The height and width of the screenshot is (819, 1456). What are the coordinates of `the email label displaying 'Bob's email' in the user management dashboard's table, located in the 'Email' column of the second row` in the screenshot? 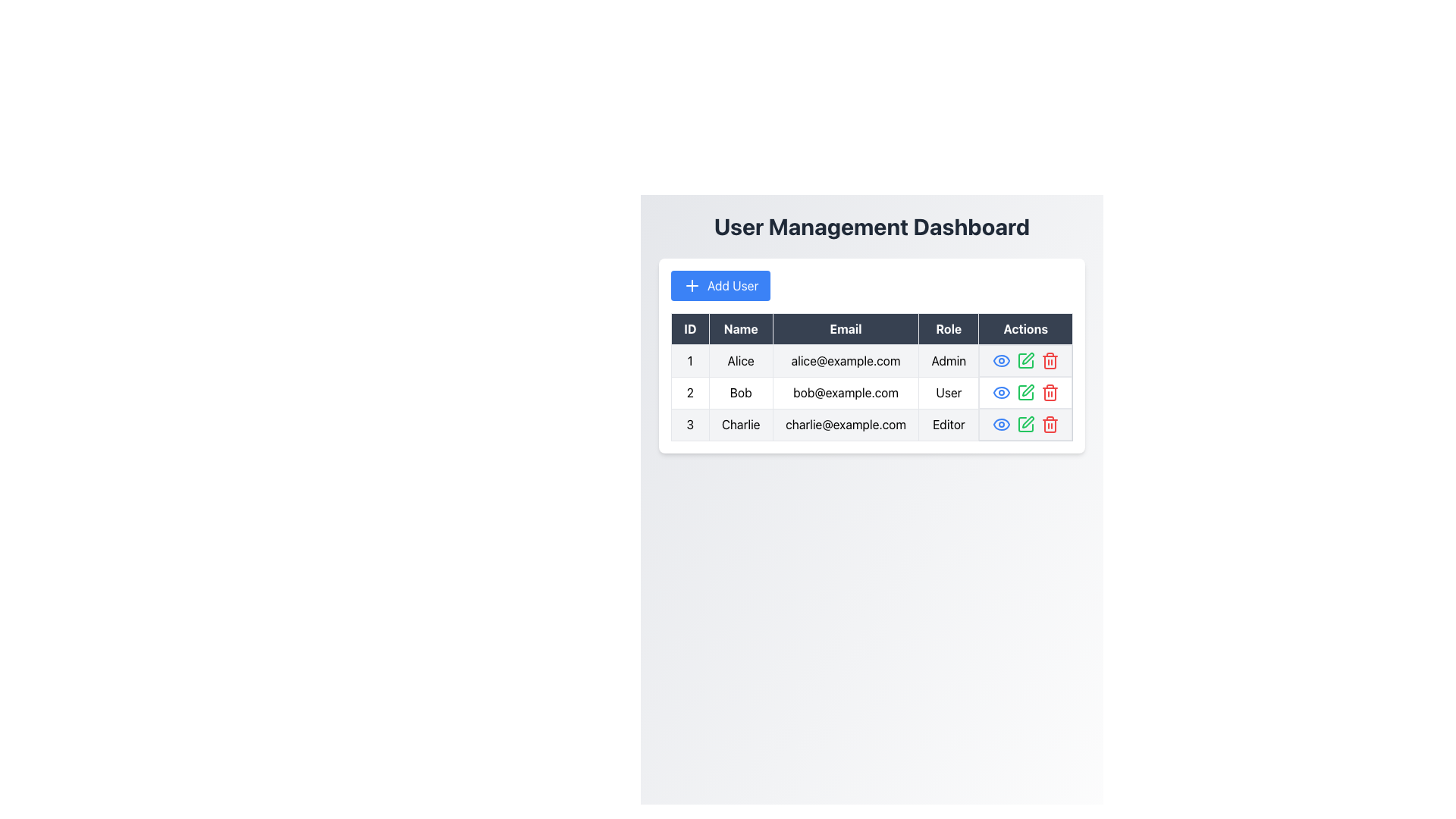 It's located at (845, 391).